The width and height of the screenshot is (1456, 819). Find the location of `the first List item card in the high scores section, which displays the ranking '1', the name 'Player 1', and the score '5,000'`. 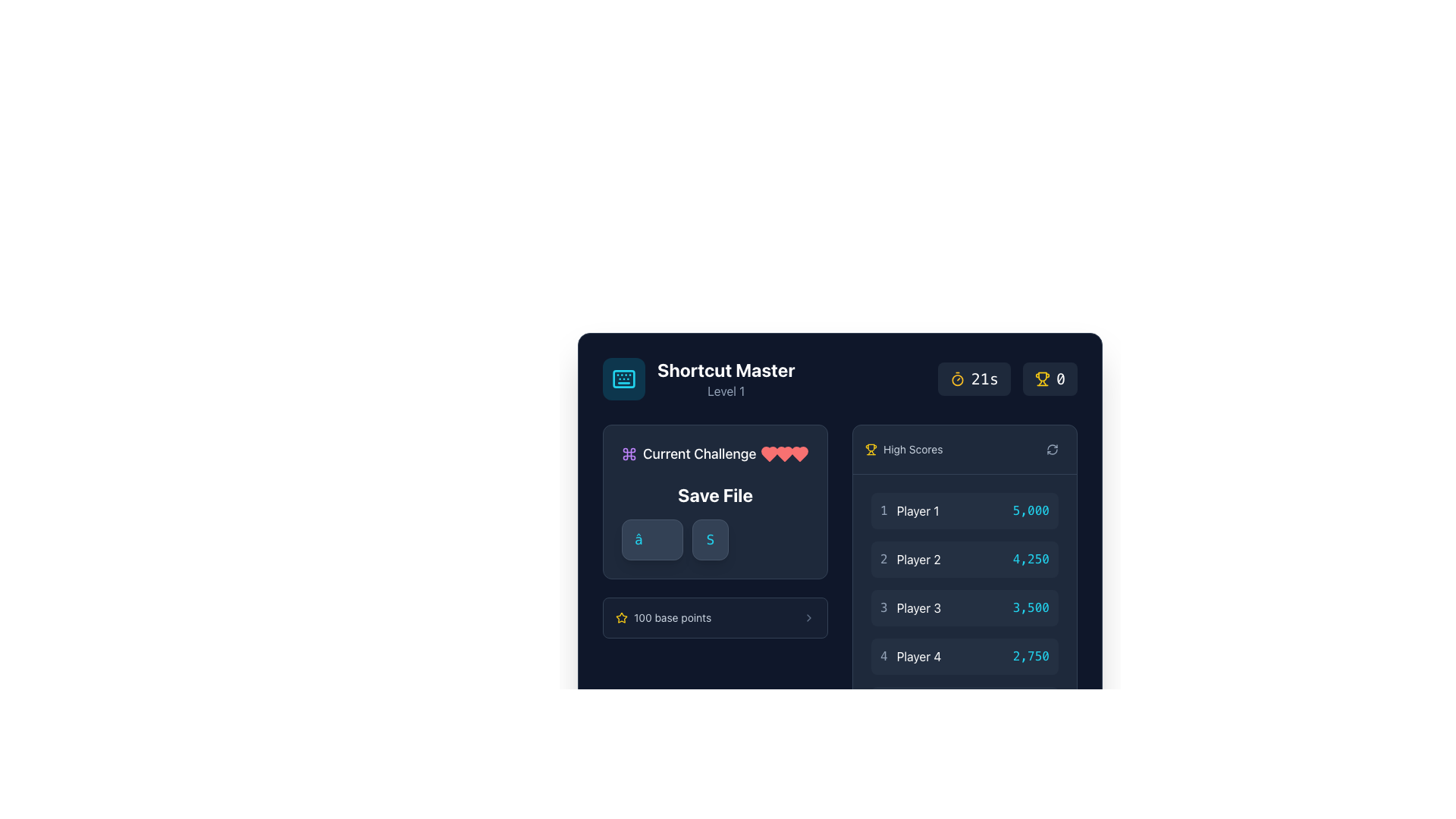

the first List item card in the high scores section, which displays the ranking '1', the name 'Player 1', and the score '5,000' is located at coordinates (964, 511).